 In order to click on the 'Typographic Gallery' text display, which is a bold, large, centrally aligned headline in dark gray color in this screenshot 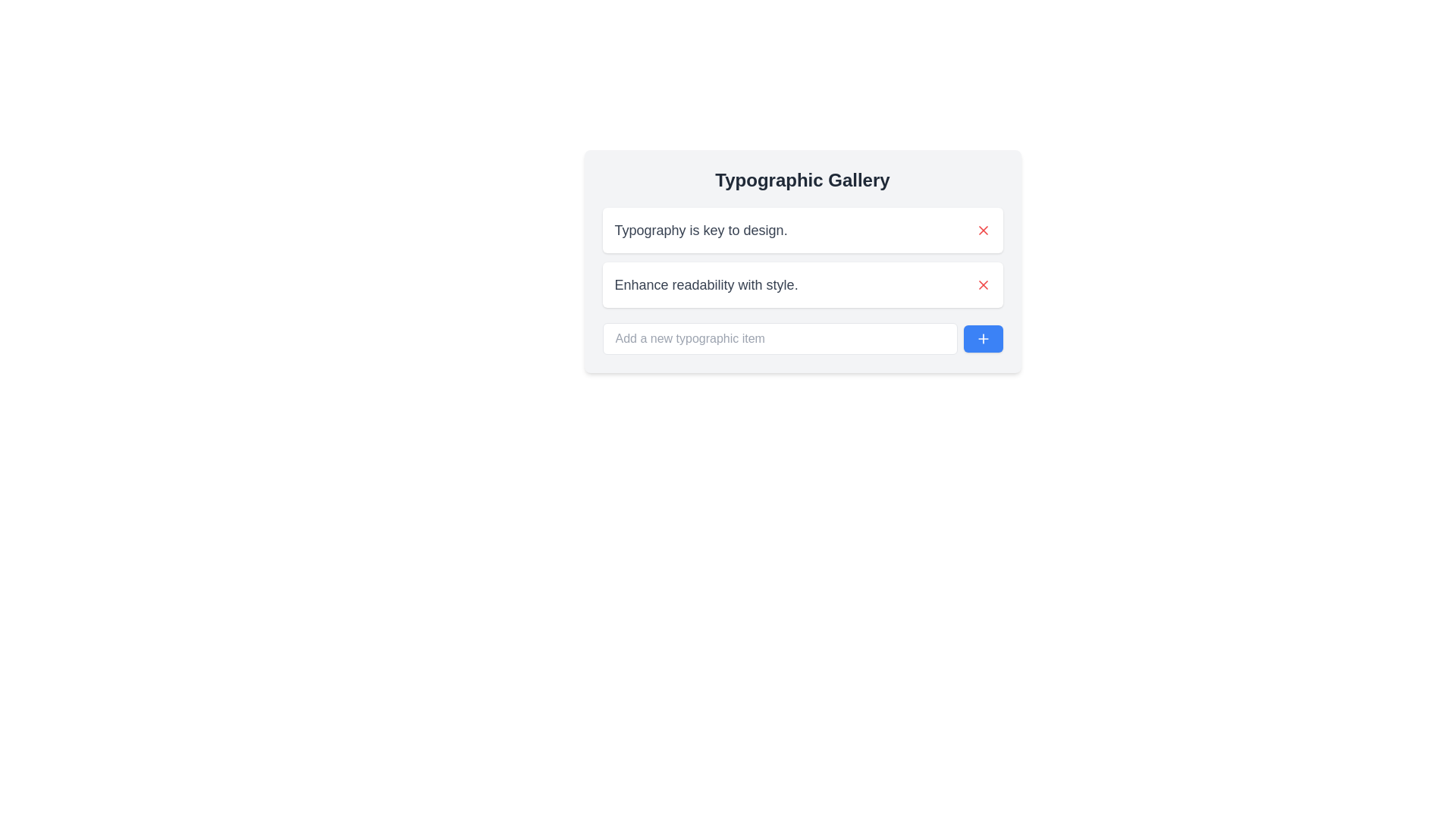, I will do `click(802, 180)`.